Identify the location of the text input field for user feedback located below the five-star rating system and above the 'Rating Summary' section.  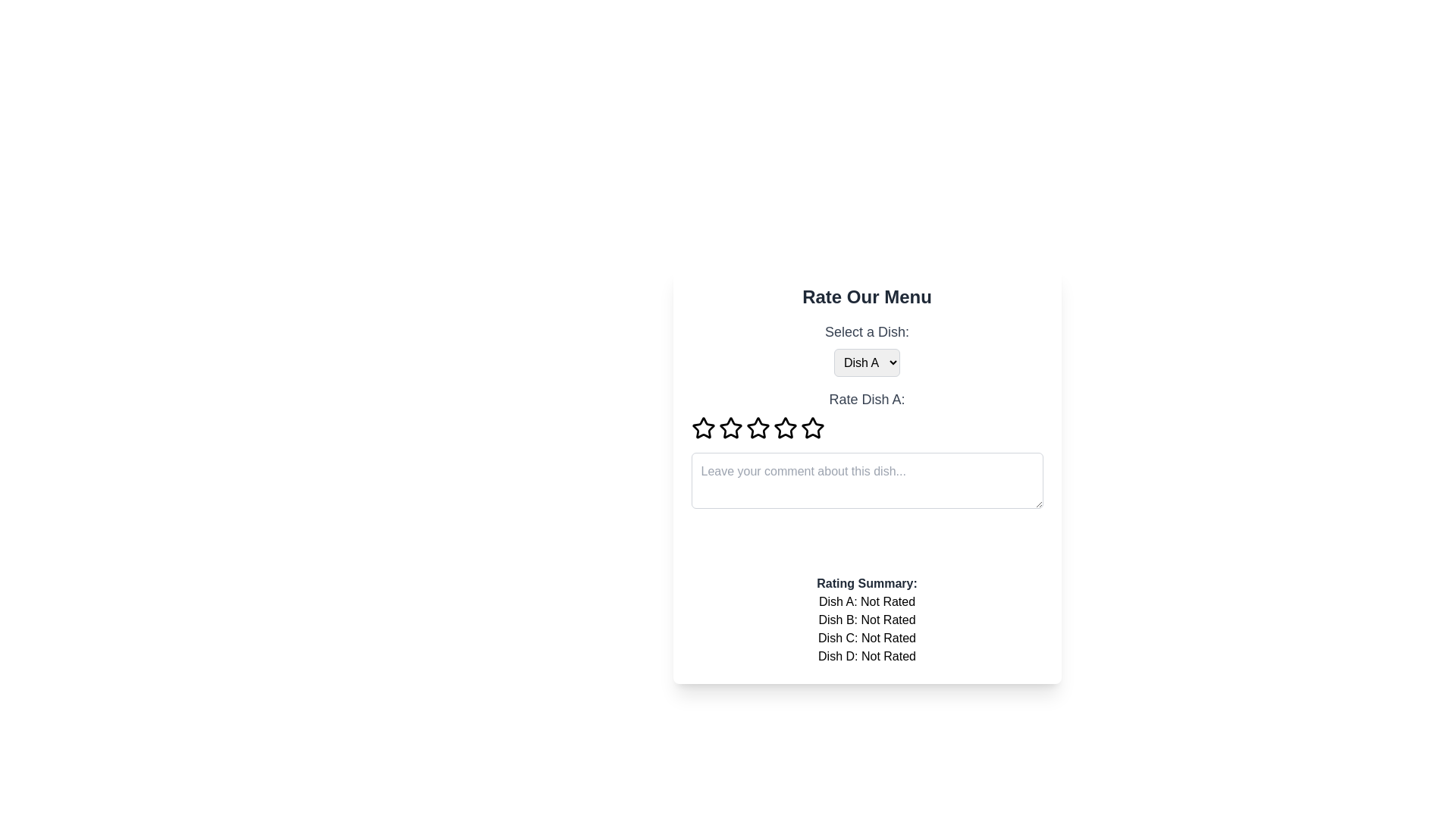
(867, 480).